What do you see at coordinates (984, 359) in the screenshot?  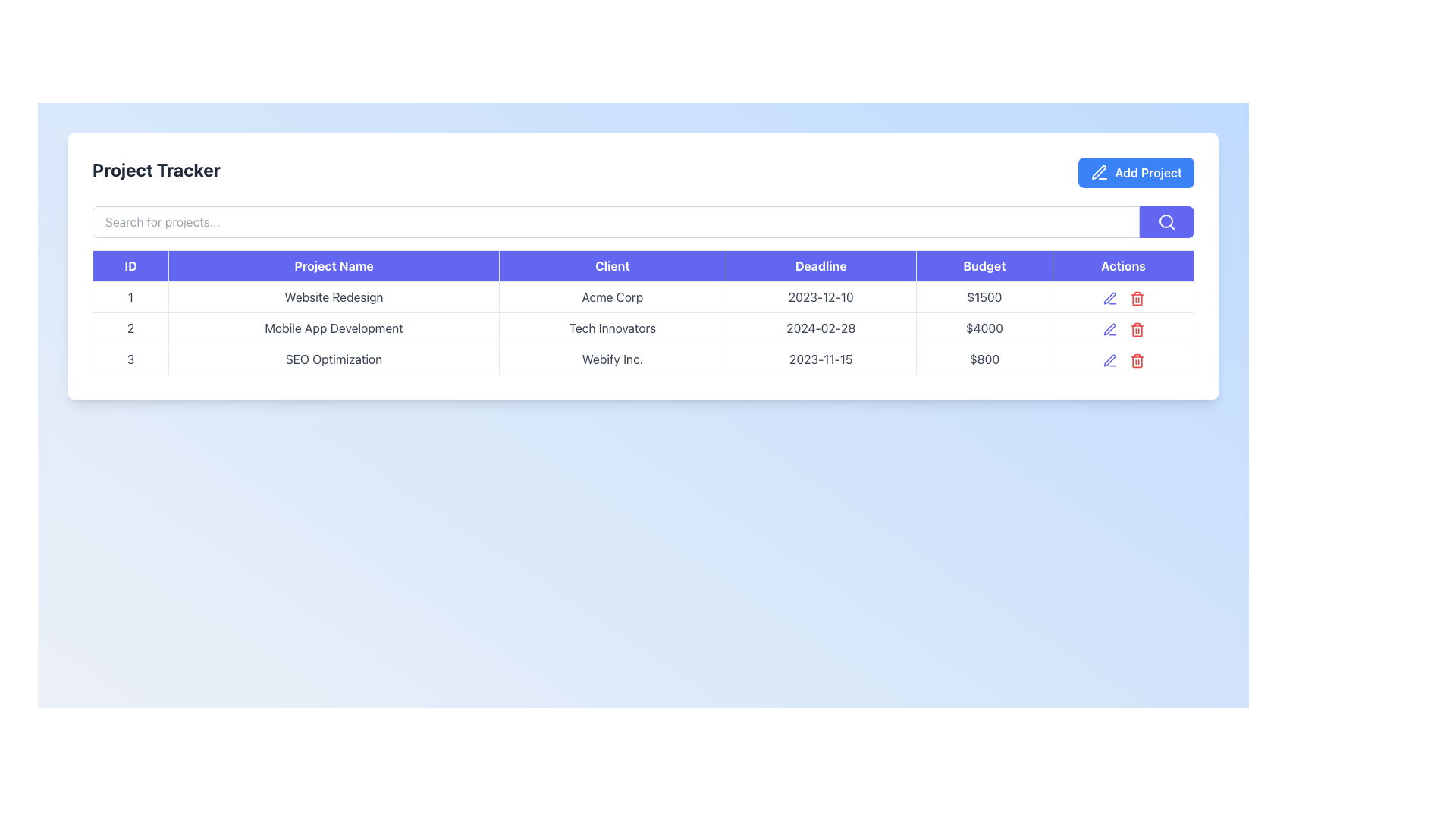 I see `the table cell displaying the text "$800" in the last row under the "Budget" column for the project "SEO Optimization"` at bounding box center [984, 359].